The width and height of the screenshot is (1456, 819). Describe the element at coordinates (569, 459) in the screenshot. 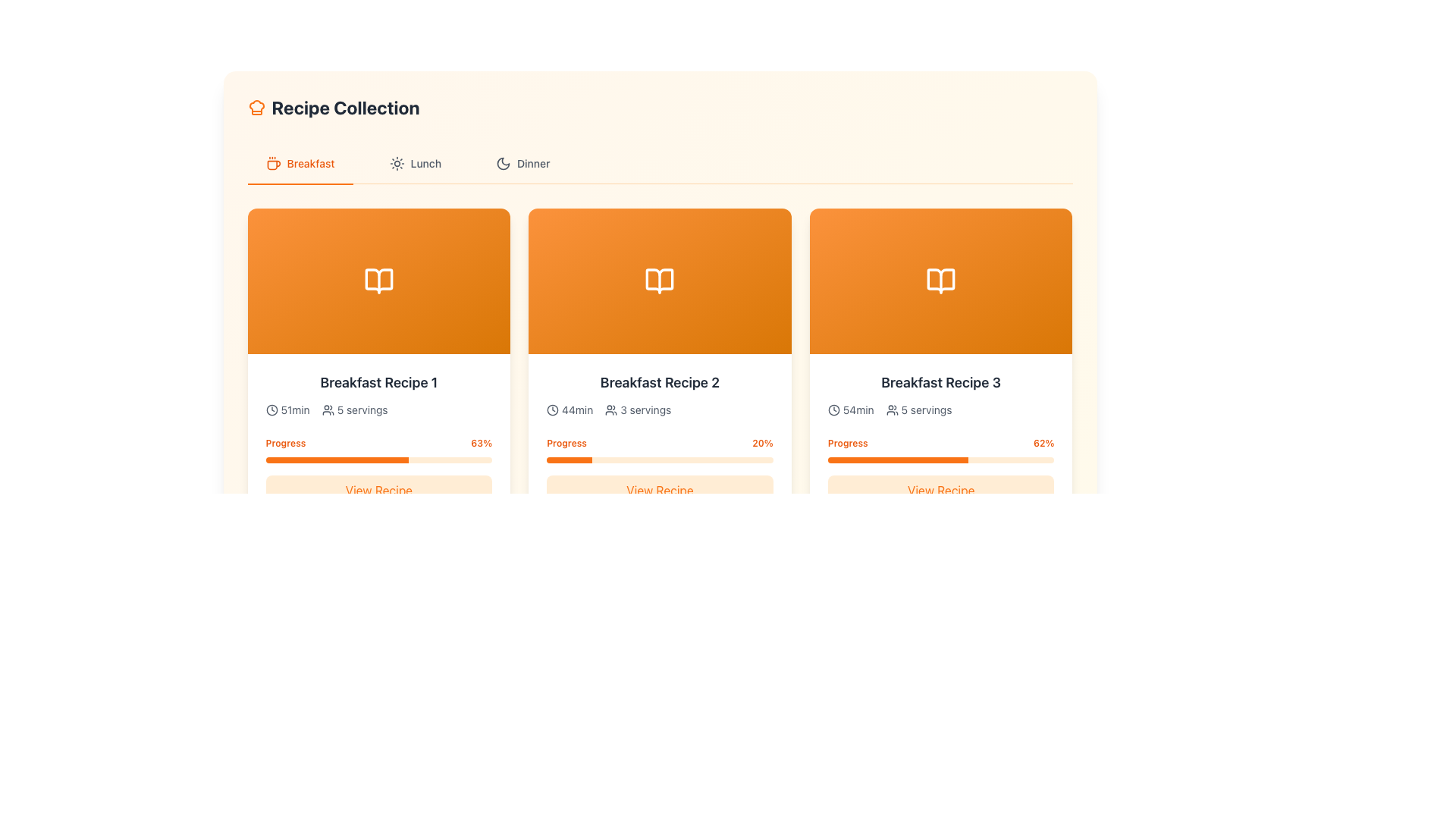

I see `the progress visually on the progress bar located in the 'Breakfast Recipe 2' card, which indicates the progress percentage for the associated recipe` at that location.